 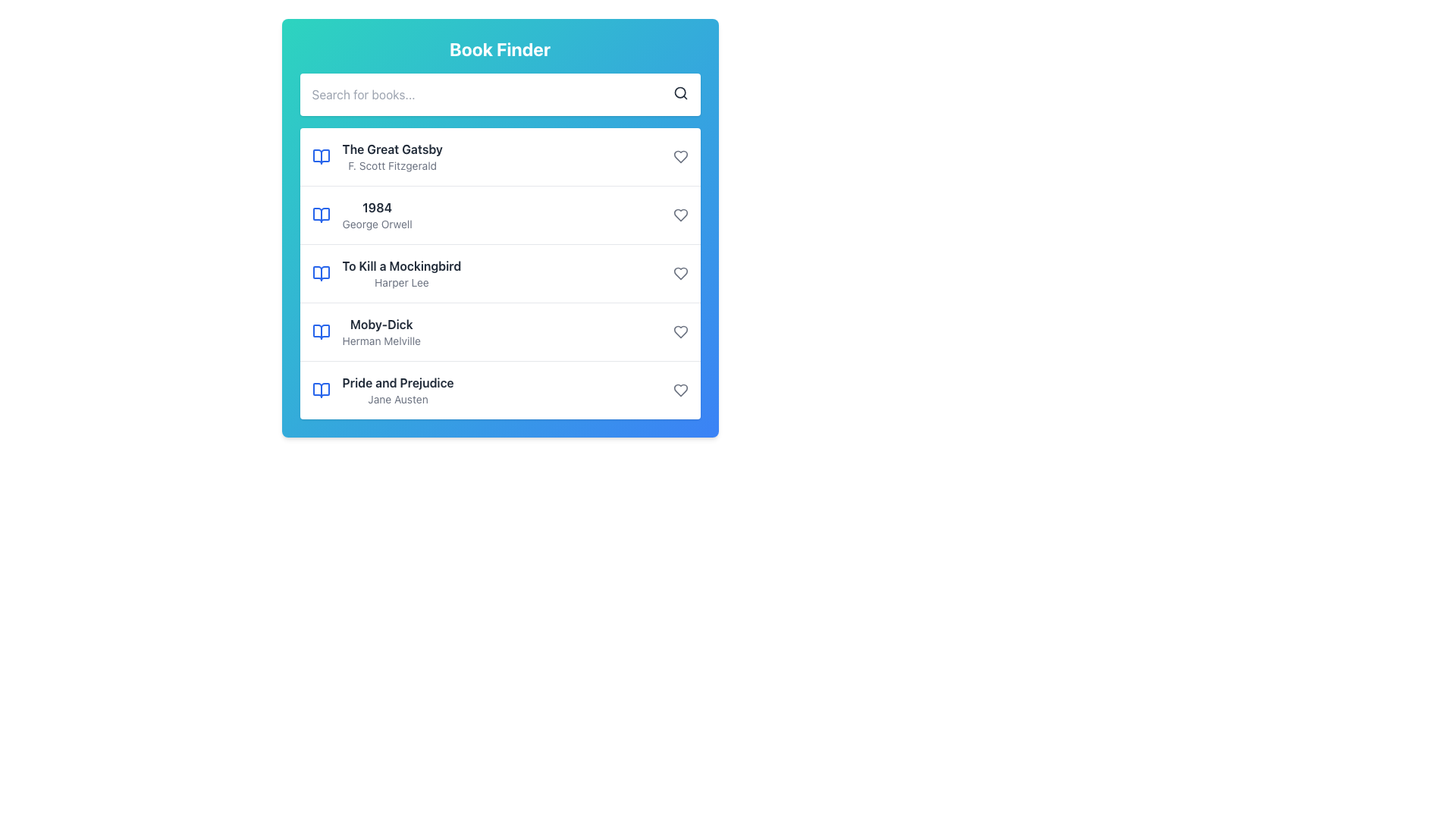 I want to click on the magnifying glass icon button located at the top-right corner of the rounded text input box, so click(x=679, y=93).